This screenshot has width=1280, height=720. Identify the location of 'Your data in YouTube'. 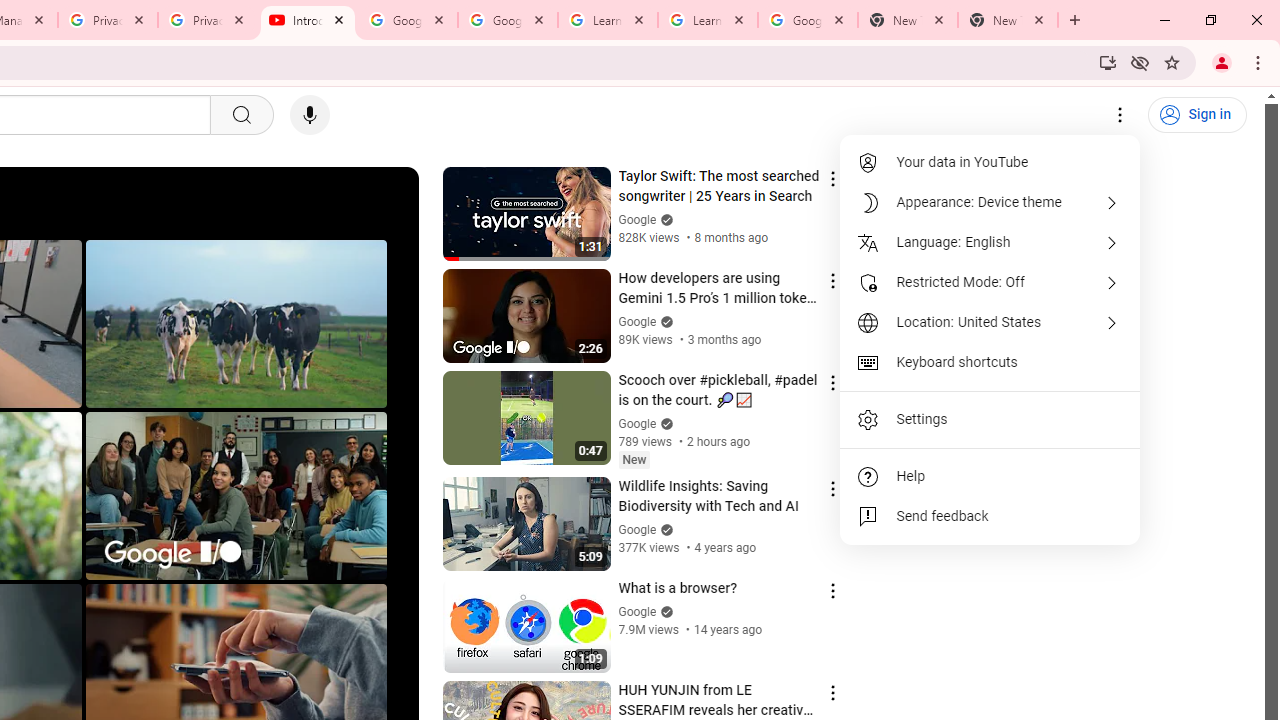
(990, 162).